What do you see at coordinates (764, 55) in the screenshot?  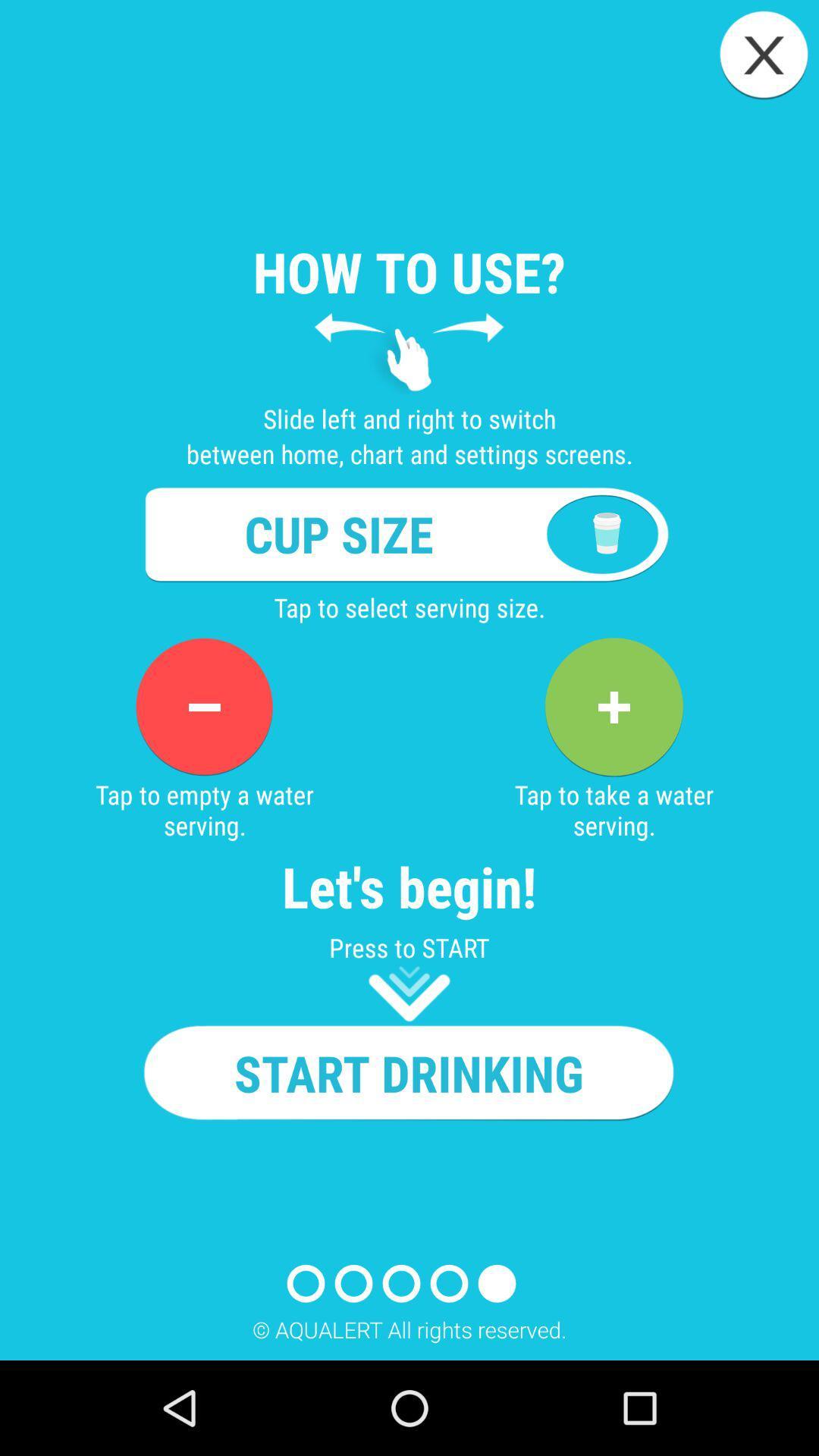 I see `the close icon` at bounding box center [764, 55].